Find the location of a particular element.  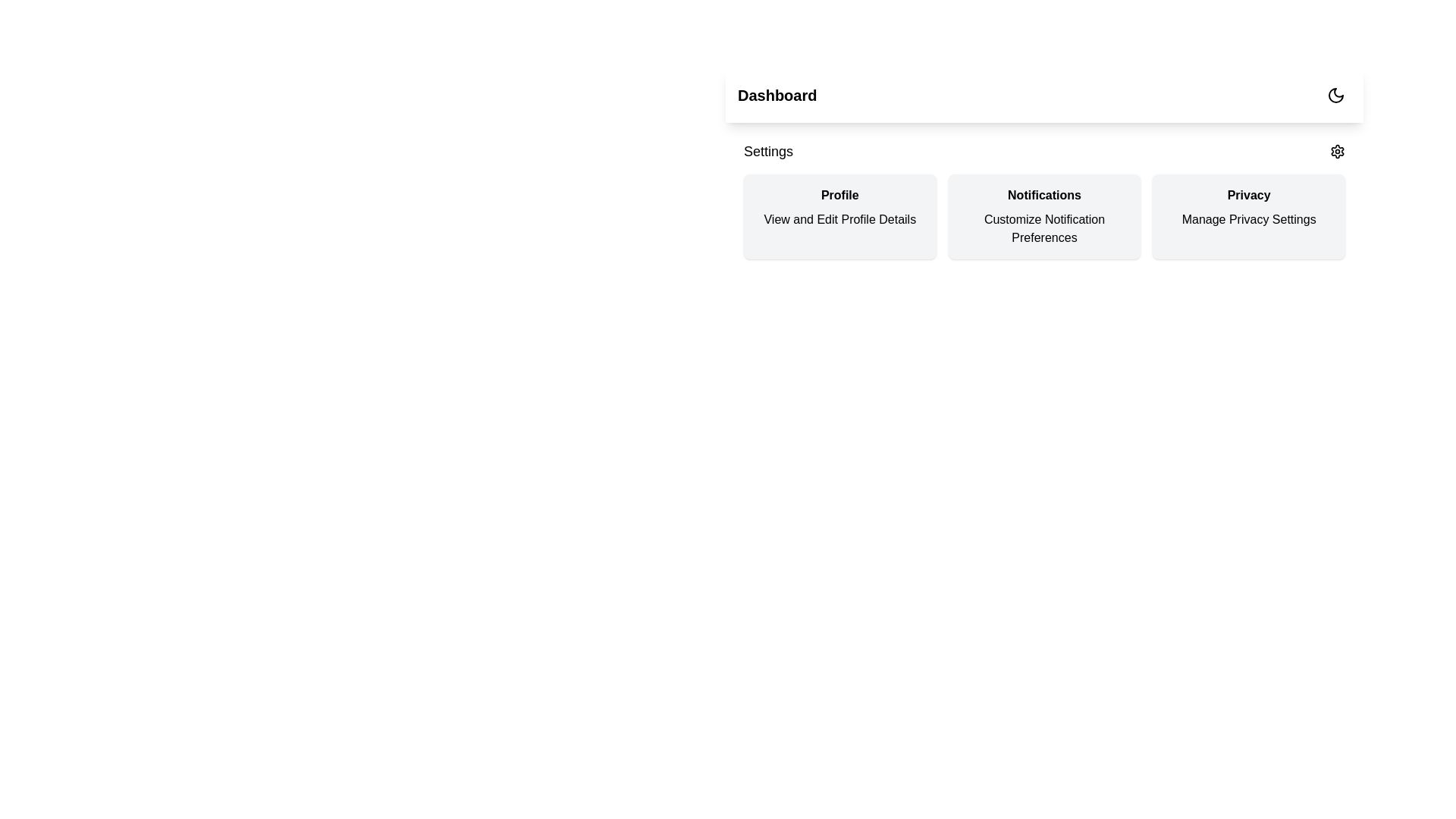

the 'Privacy' card component, which has a light gray background and contains the texts 'Privacy' in bold and 'Manage Privacy Settings' below it is located at coordinates (1249, 216).